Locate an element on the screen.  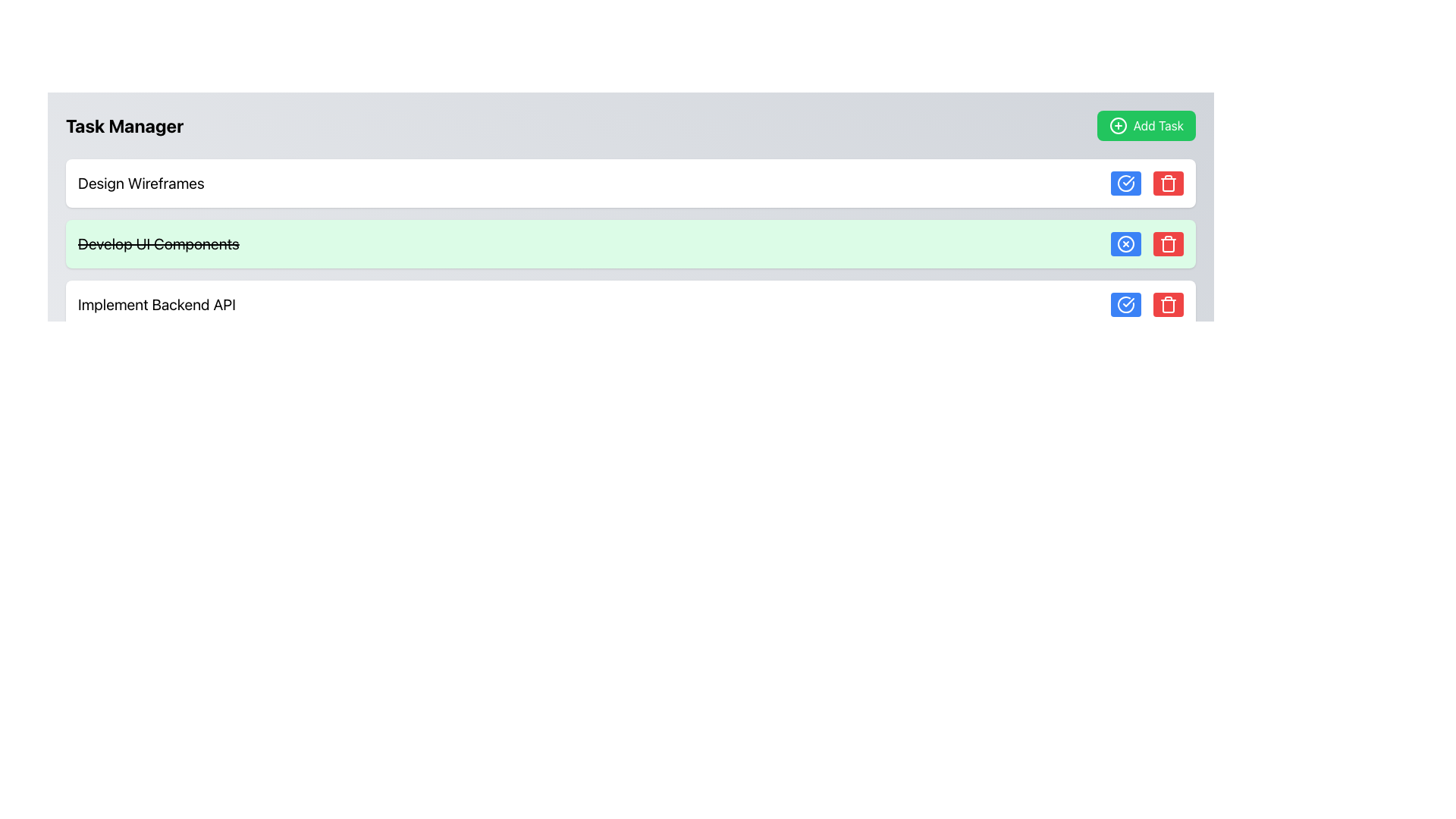
the hollow circle icon button with an 'X' mark inside, located next to the 'Develop UI Components' text is located at coordinates (1125, 243).